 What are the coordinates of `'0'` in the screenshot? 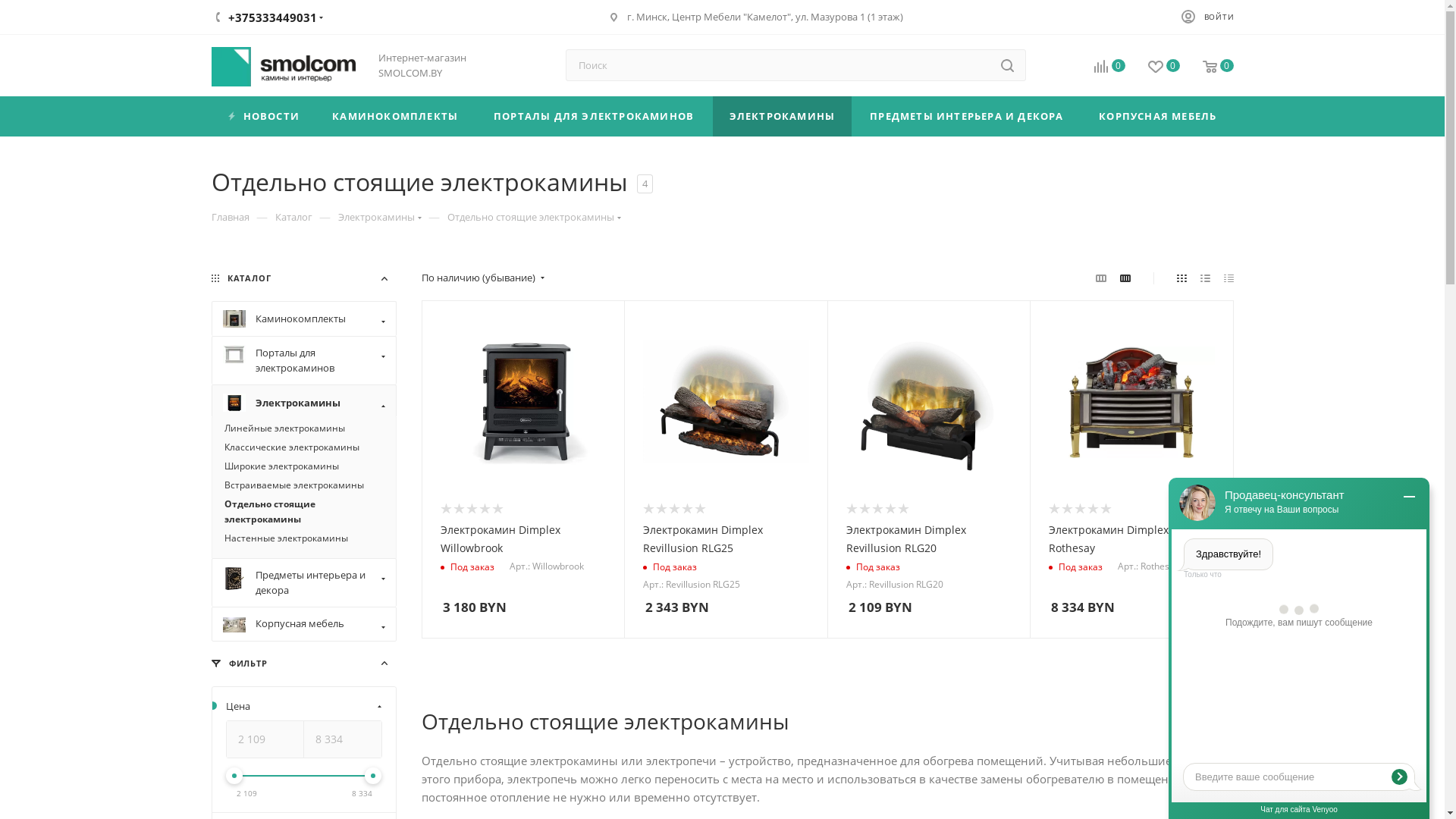 It's located at (1206, 66).